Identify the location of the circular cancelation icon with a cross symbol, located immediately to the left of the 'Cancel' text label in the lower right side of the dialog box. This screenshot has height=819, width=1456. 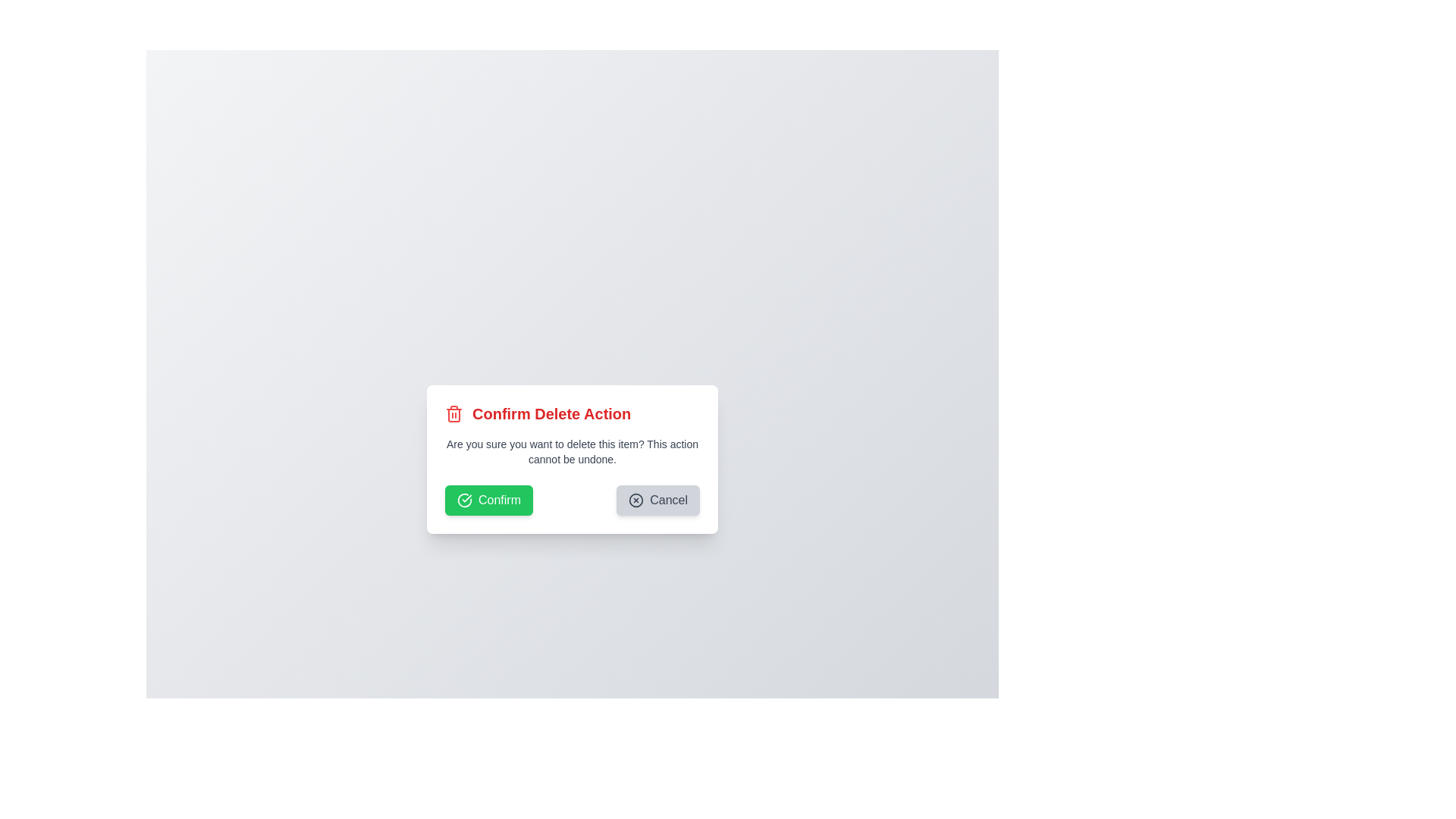
(636, 500).